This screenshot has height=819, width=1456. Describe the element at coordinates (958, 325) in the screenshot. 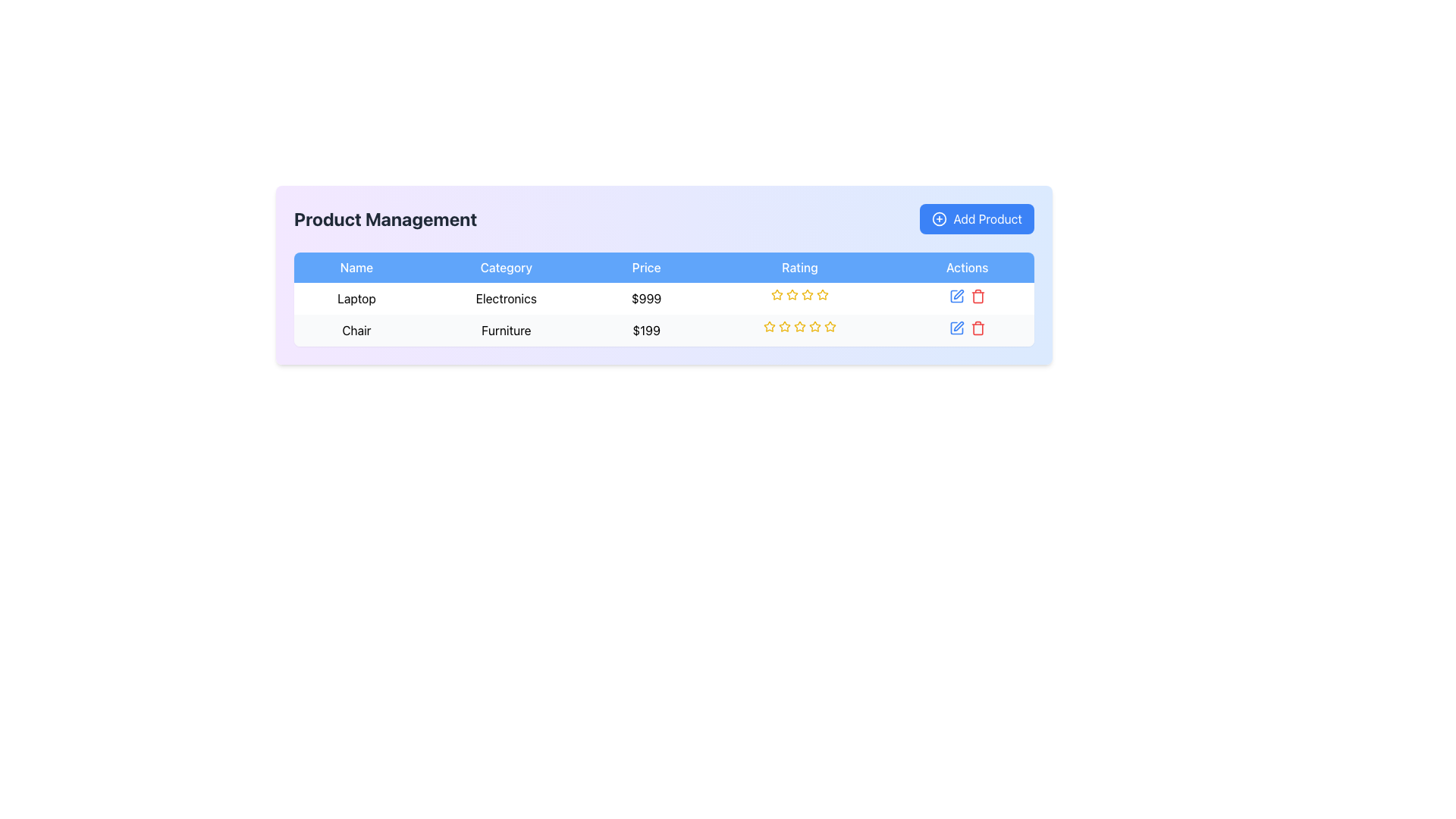

I see `the edit icon button located in the 'Actions' column of the second row of the table` at that location.